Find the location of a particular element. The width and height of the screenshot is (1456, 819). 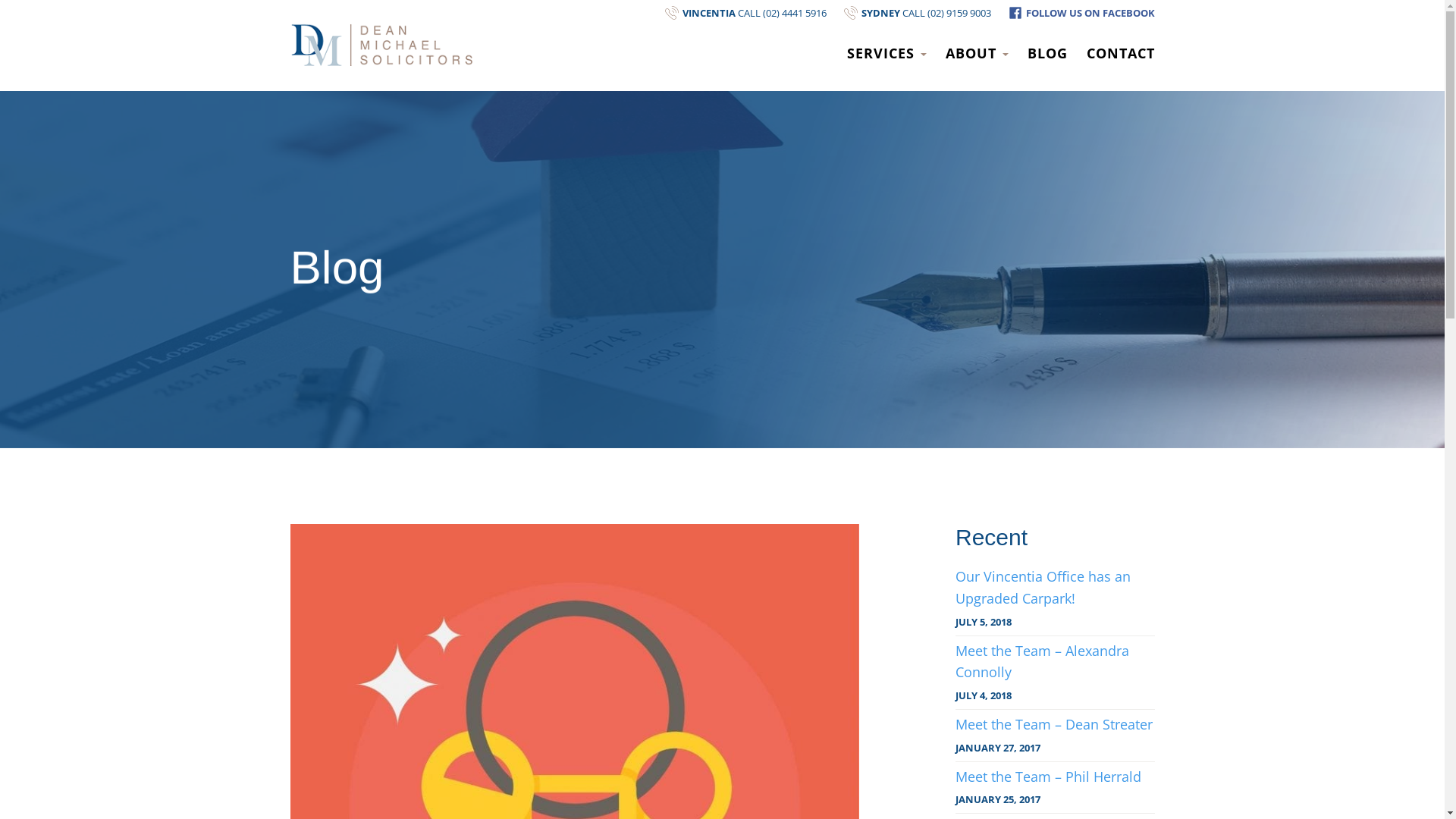

'Our Vincentia Office has an Upgraded Carpark!' is located at coordinates (1054, 587).